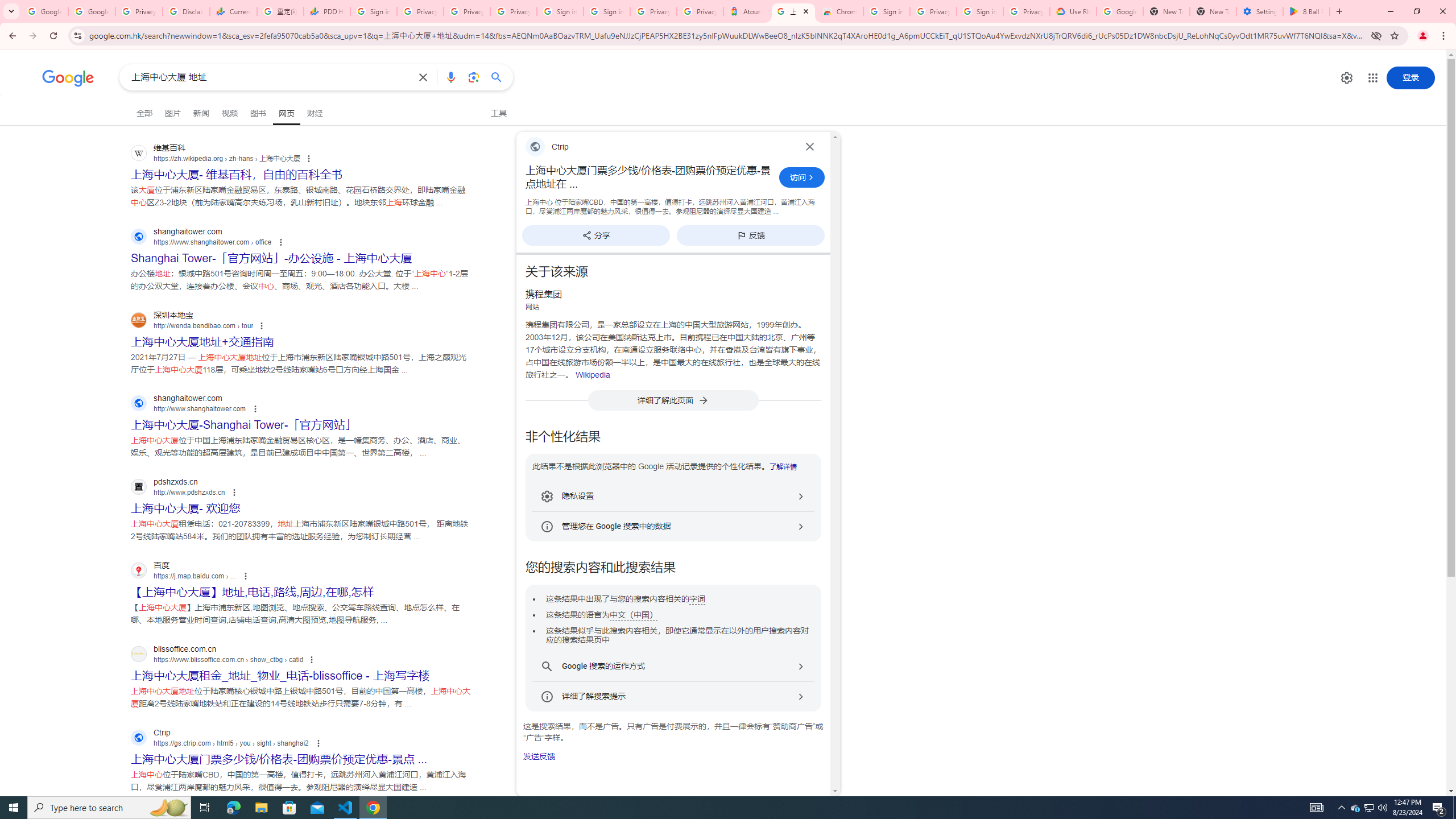  What do you see at coordinates (1259, 11) in the screenshot?
I see `'Settings - System'` at bounding box center [1259, 11].